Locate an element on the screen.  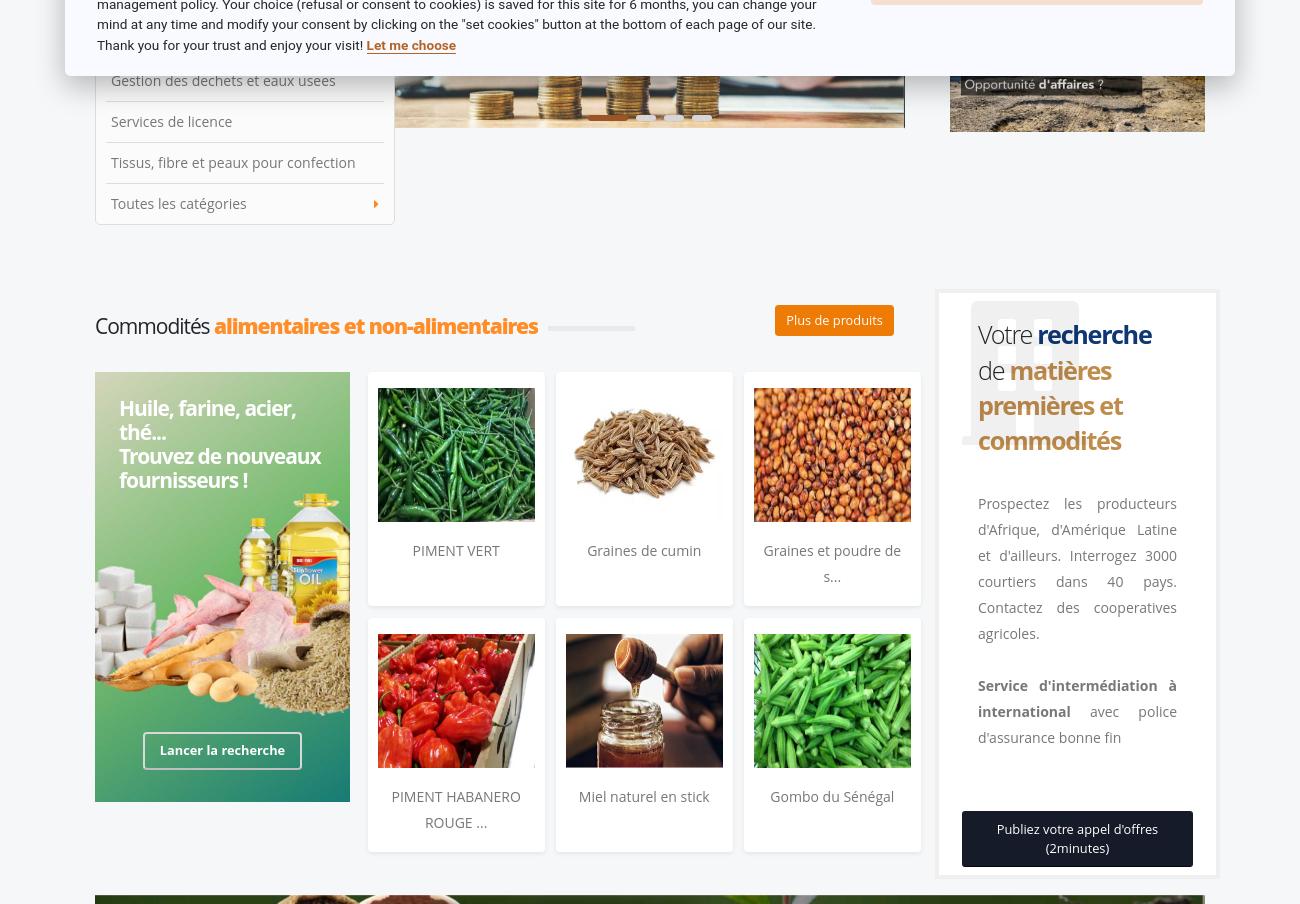
'Miel naturel en stick' is located at coordinates (576, 794).